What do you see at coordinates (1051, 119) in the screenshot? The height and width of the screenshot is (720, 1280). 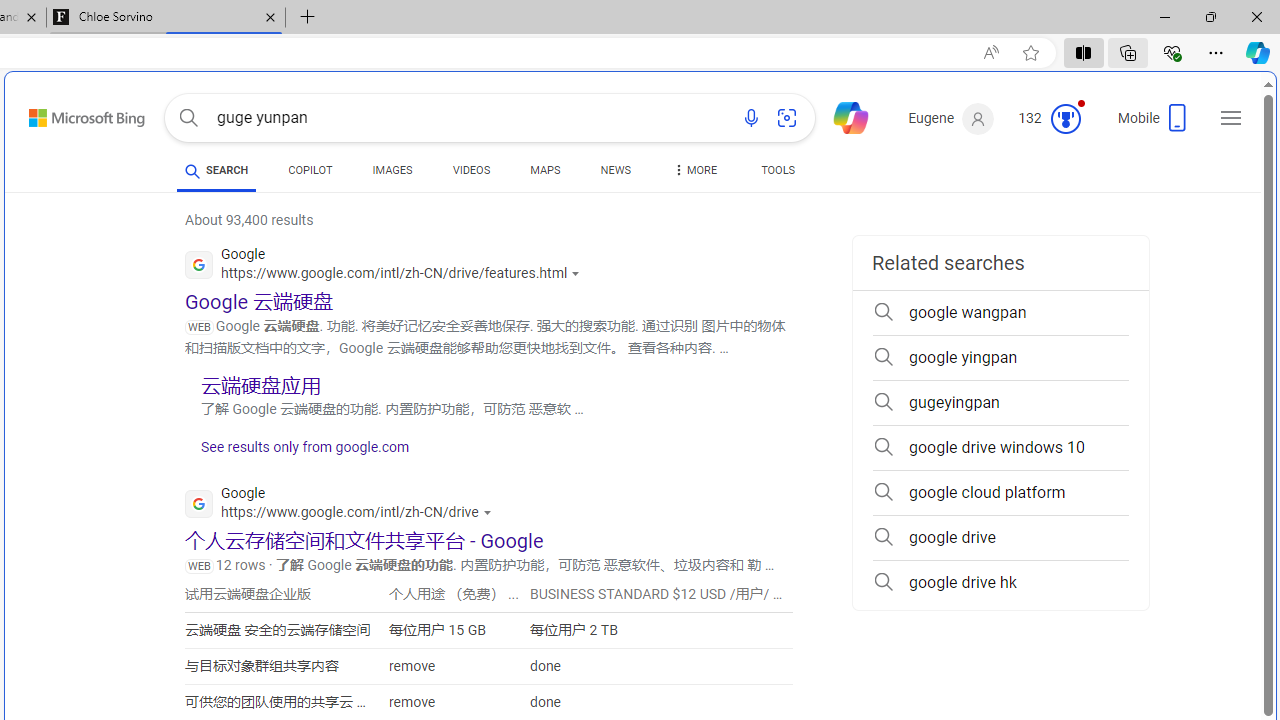 I see `'Microsoft Rewards 123'` at bounding box center [1051, 119].